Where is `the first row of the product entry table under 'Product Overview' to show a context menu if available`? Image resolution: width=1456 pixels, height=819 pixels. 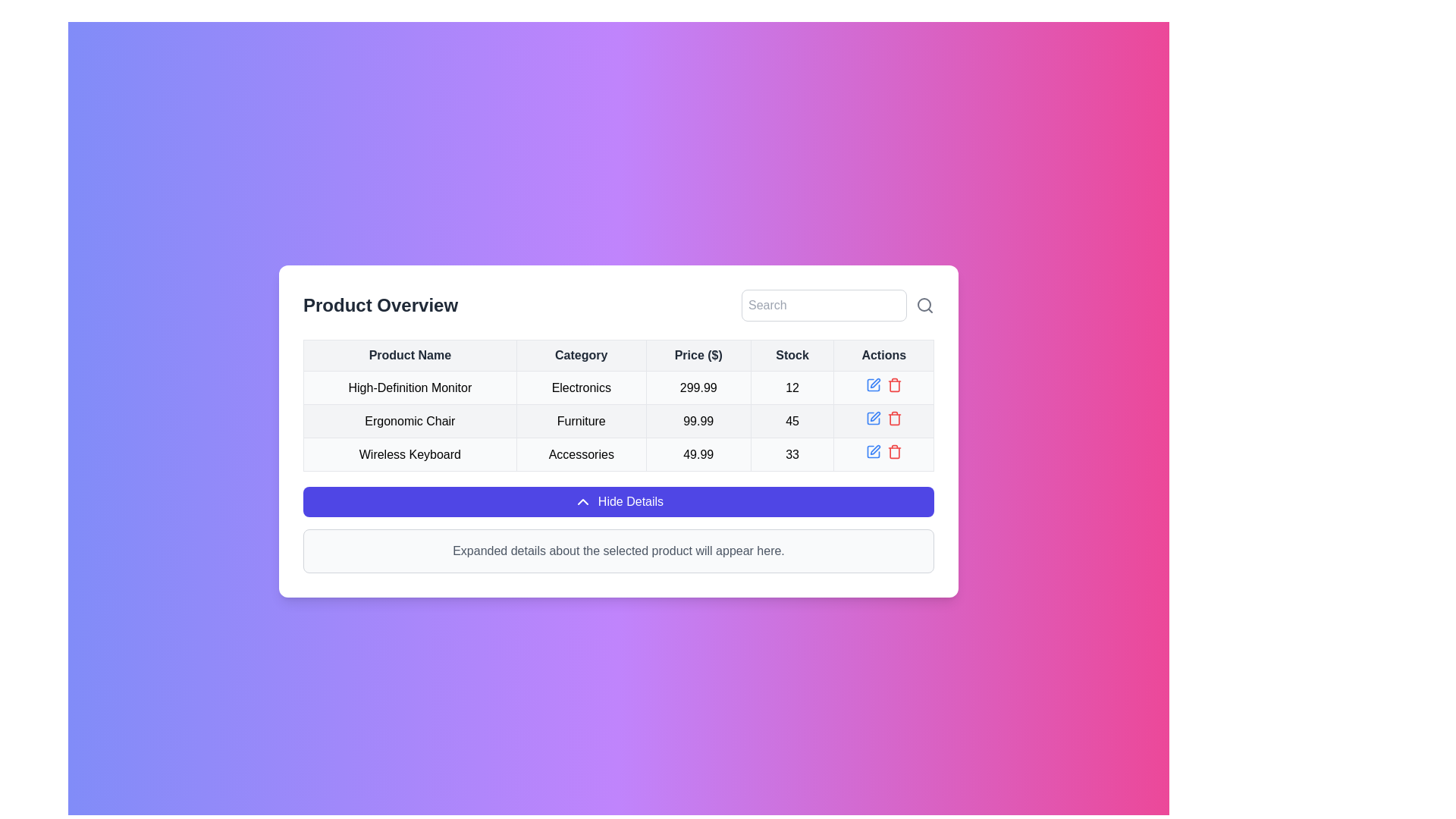 the first row of the product entry table under 'Product Overview' to show a context menu if available is located at coordinates (619, 386).